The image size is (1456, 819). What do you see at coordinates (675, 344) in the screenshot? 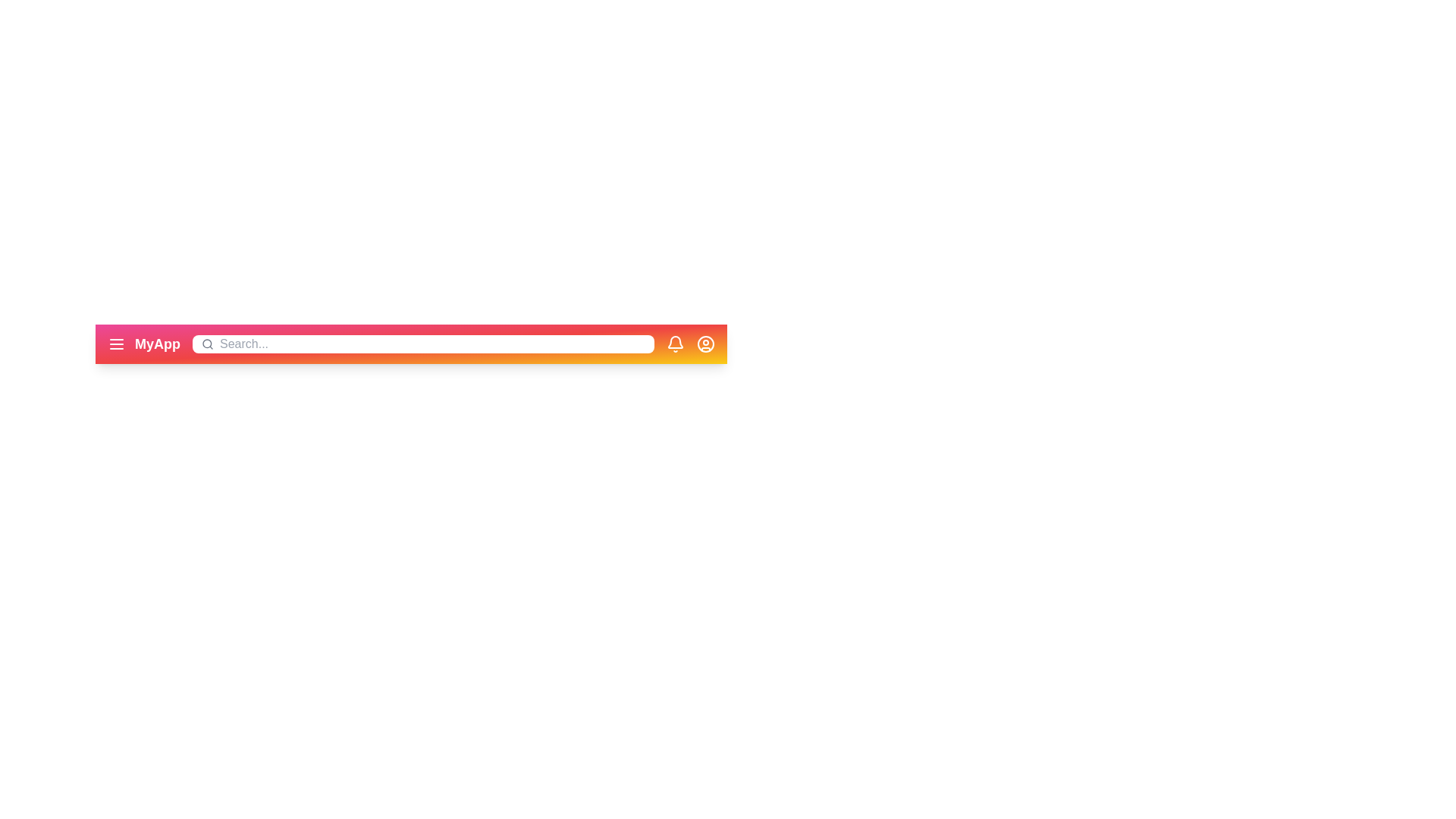
I see `the bell icon to trigger its associated functionality` at bounding box center [675, 344].